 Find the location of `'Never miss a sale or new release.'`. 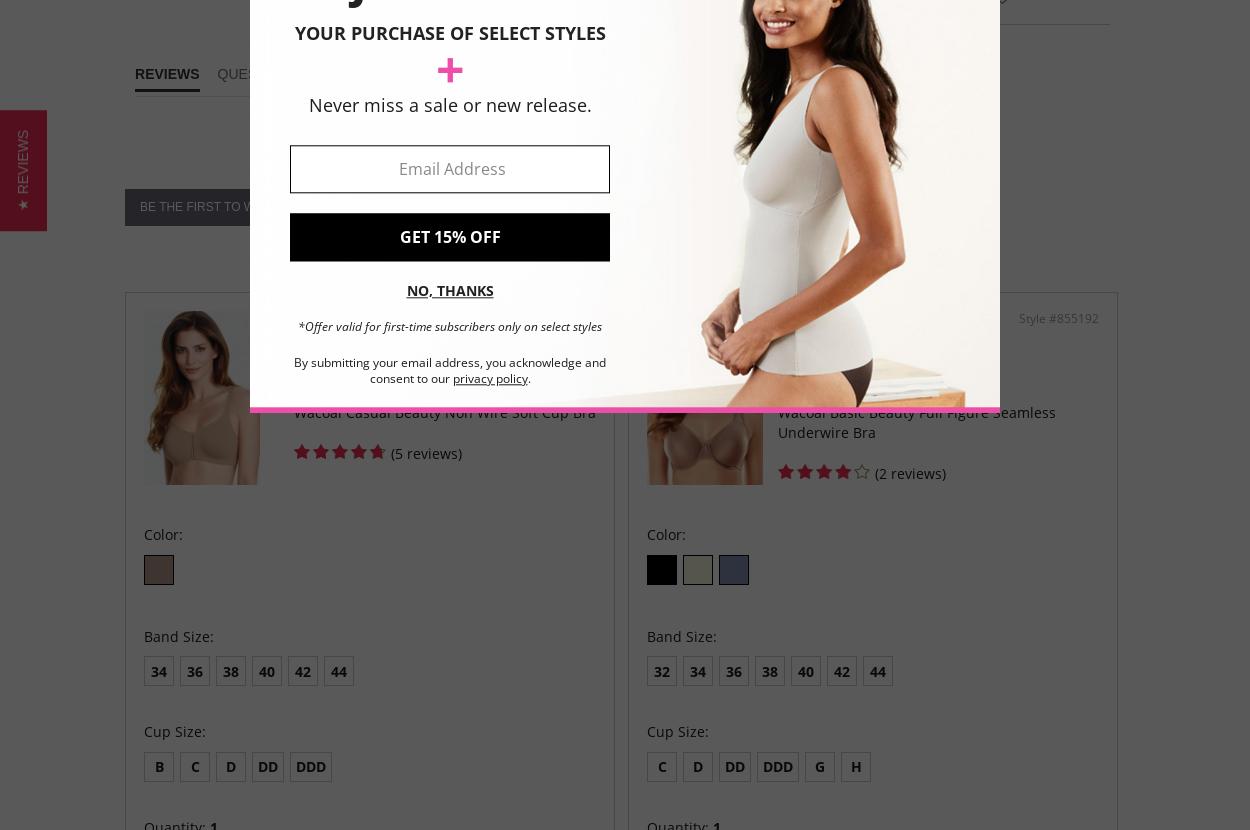

'Never miss a sale or new release.' is located at coordinates (448, 104).